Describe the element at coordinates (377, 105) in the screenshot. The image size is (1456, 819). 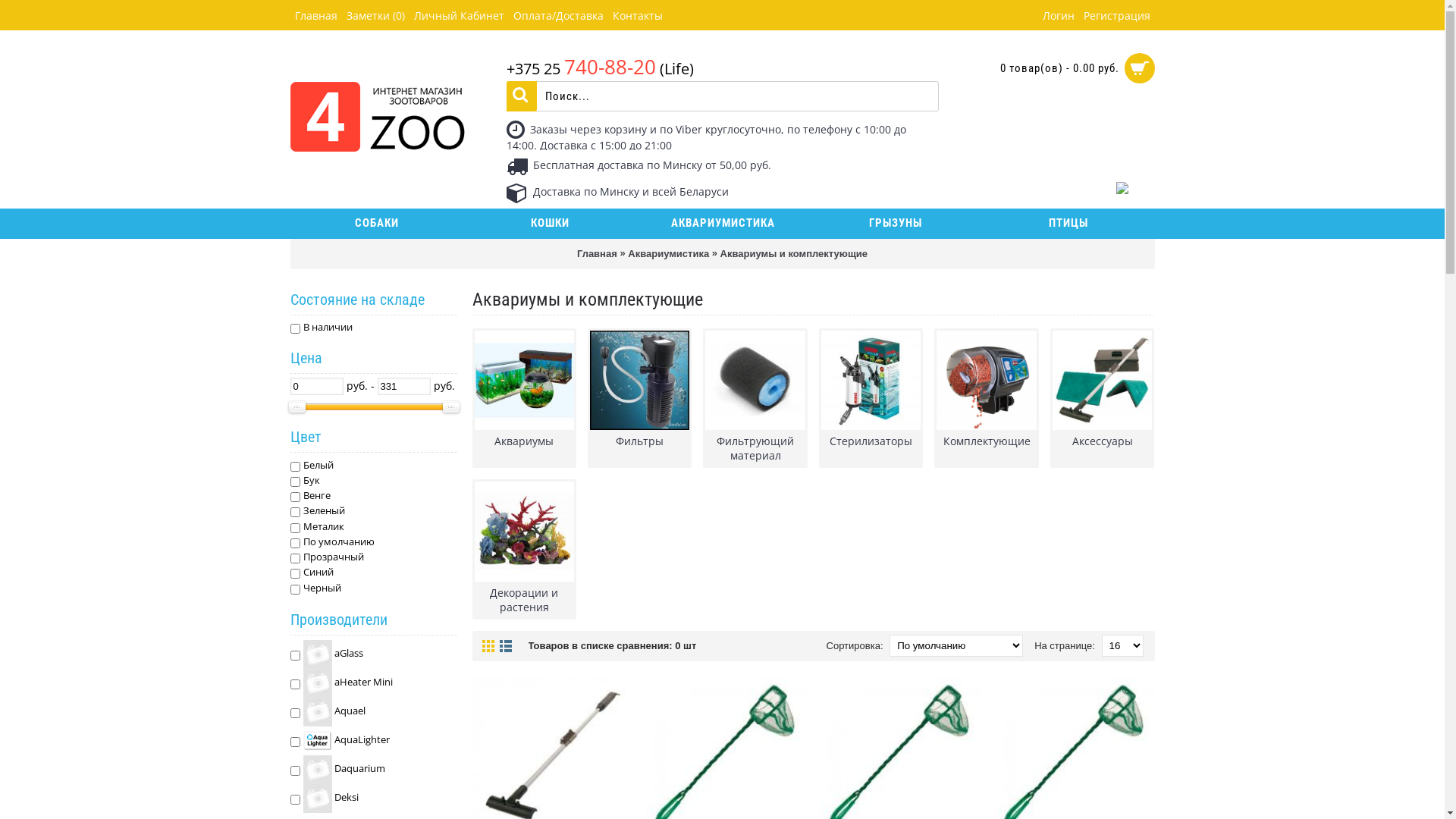
I see `'4ZOO.BY'` at that location.